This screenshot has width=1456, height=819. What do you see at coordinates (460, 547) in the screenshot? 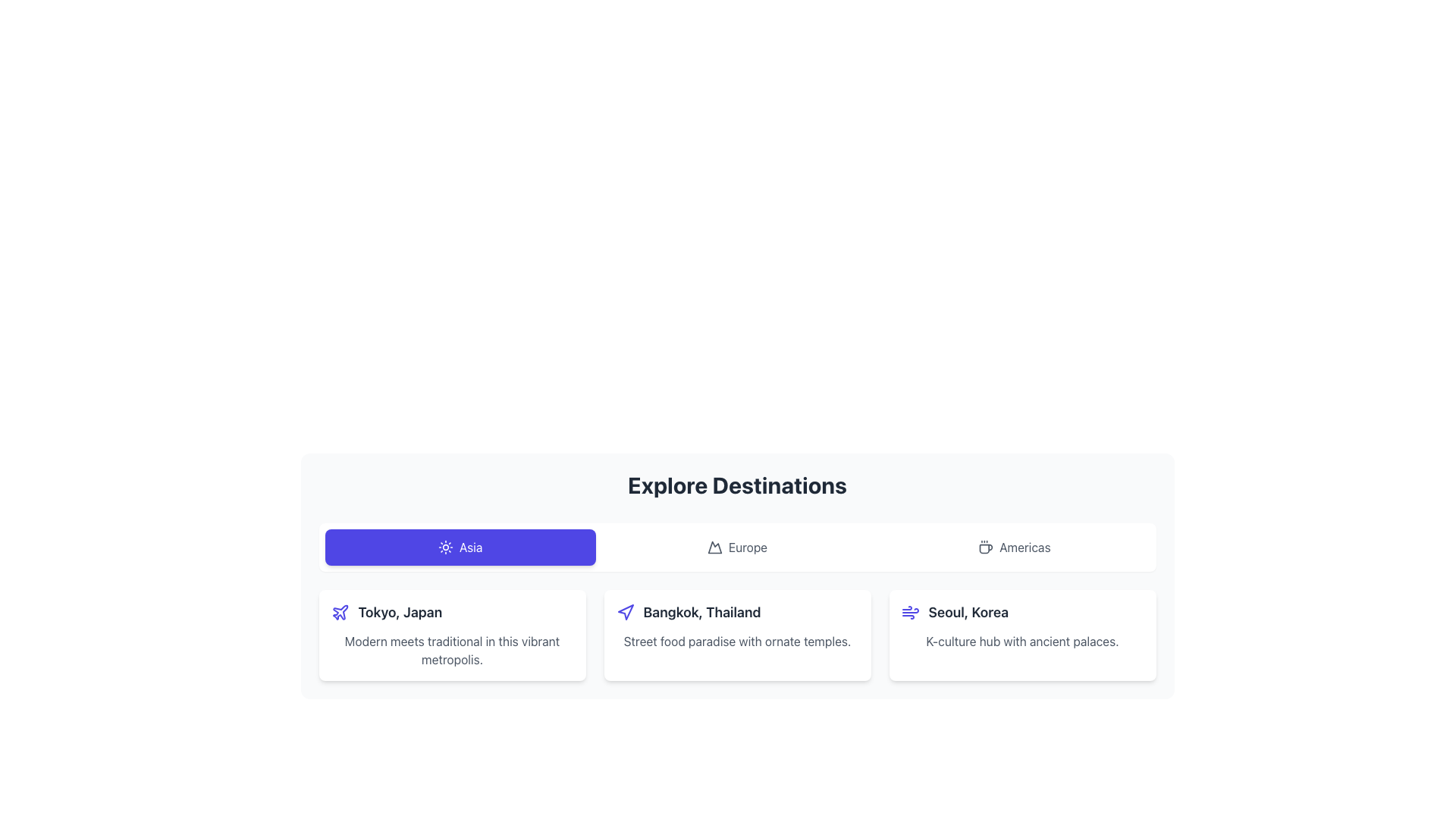
I see `the first button labeled 'Asia'` at bounding box center [460, 547].